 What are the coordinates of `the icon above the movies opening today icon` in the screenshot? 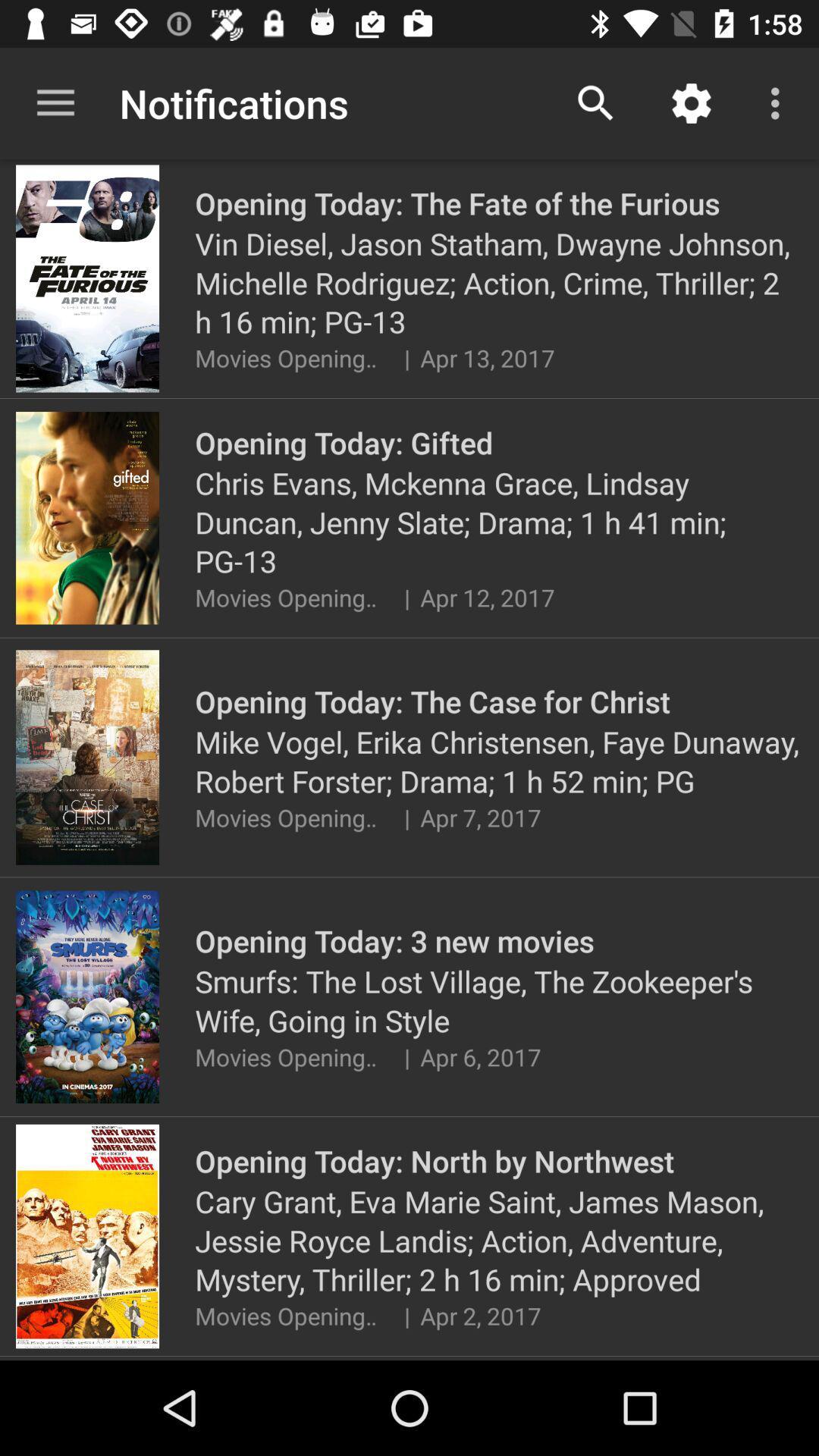 It's located at (499, 1240).